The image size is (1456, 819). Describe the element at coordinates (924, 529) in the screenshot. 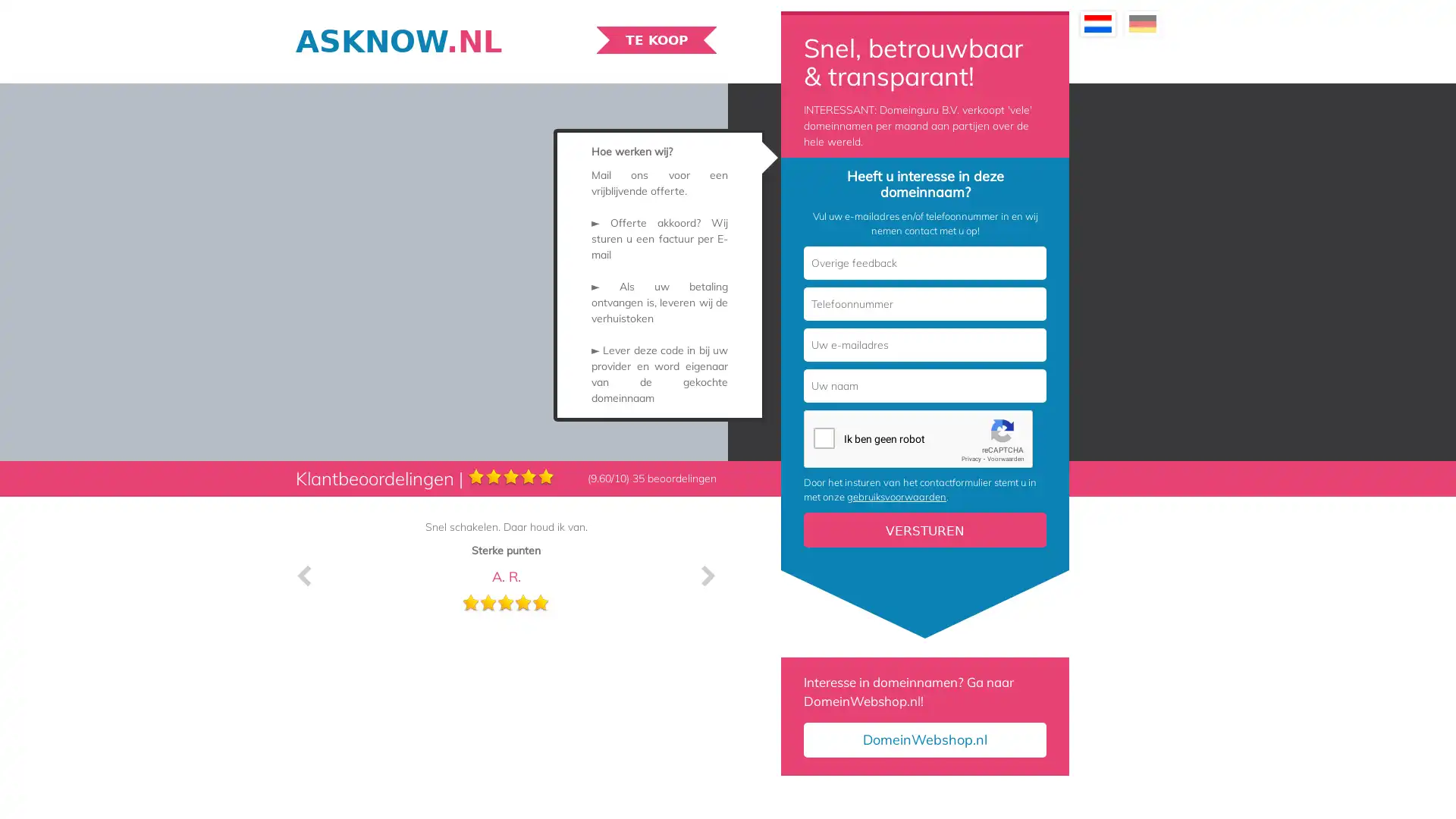

I see `Versturen` at that location.